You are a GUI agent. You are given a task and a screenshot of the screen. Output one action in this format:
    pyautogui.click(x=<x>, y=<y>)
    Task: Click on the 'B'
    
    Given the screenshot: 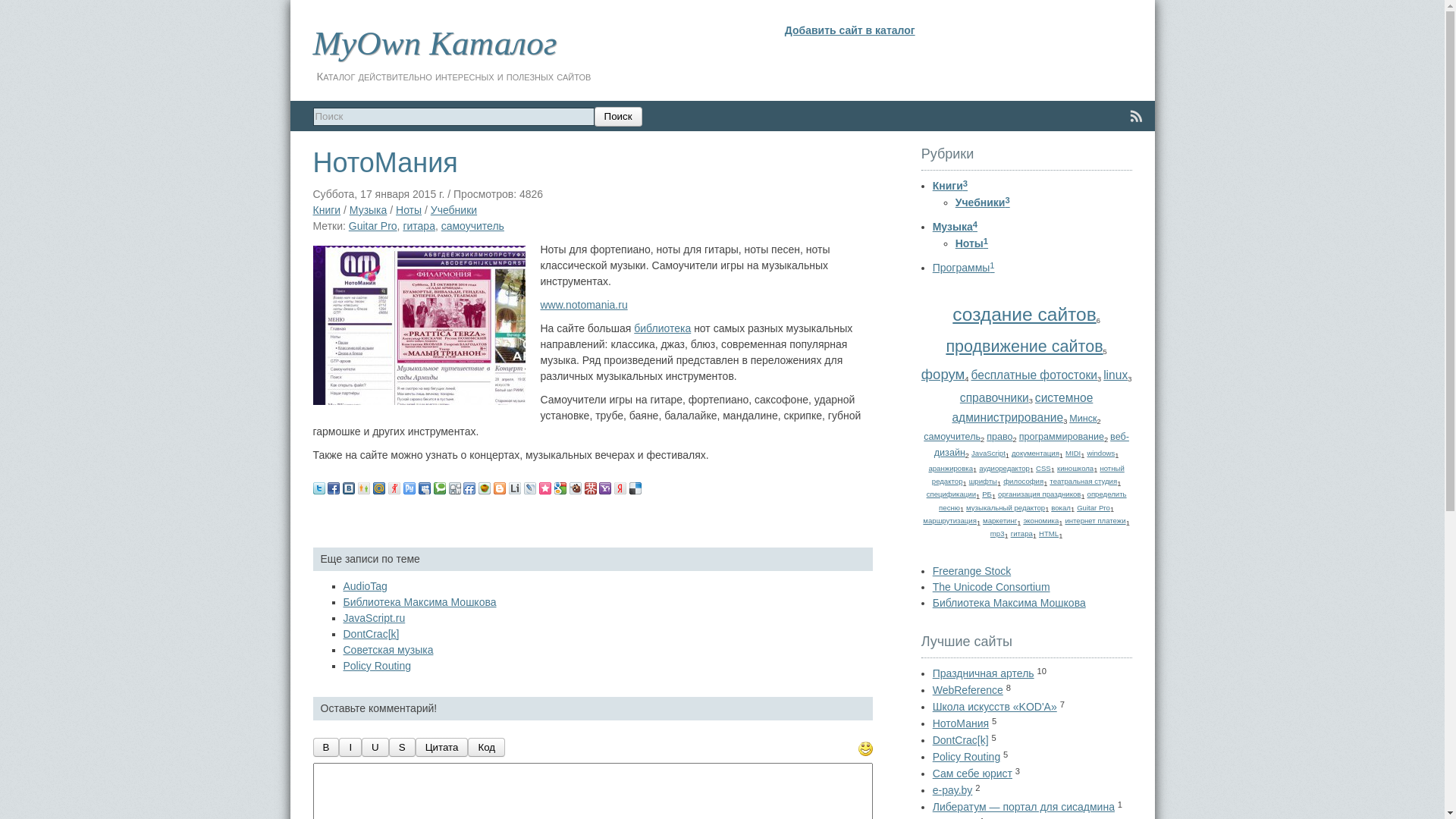 What is the action you would take?
    pyautogui.click(x=325, y=746)
    